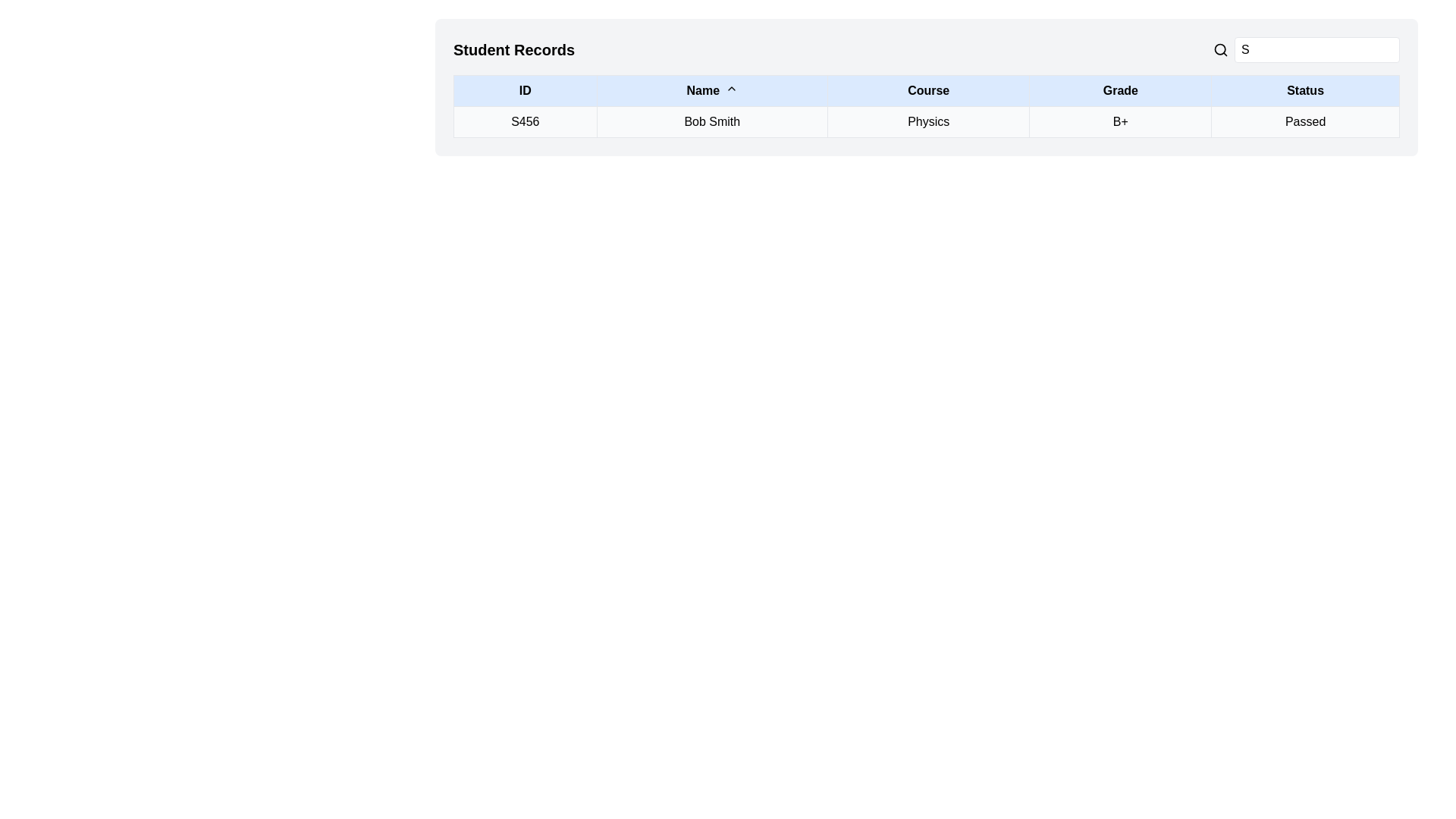 This screenshot has width=1456, height=819. What do you see at coordinates (731, 88) in the screenshot?
I see `the upward-facing arrow icon button located` at bounding box center [731, 88].